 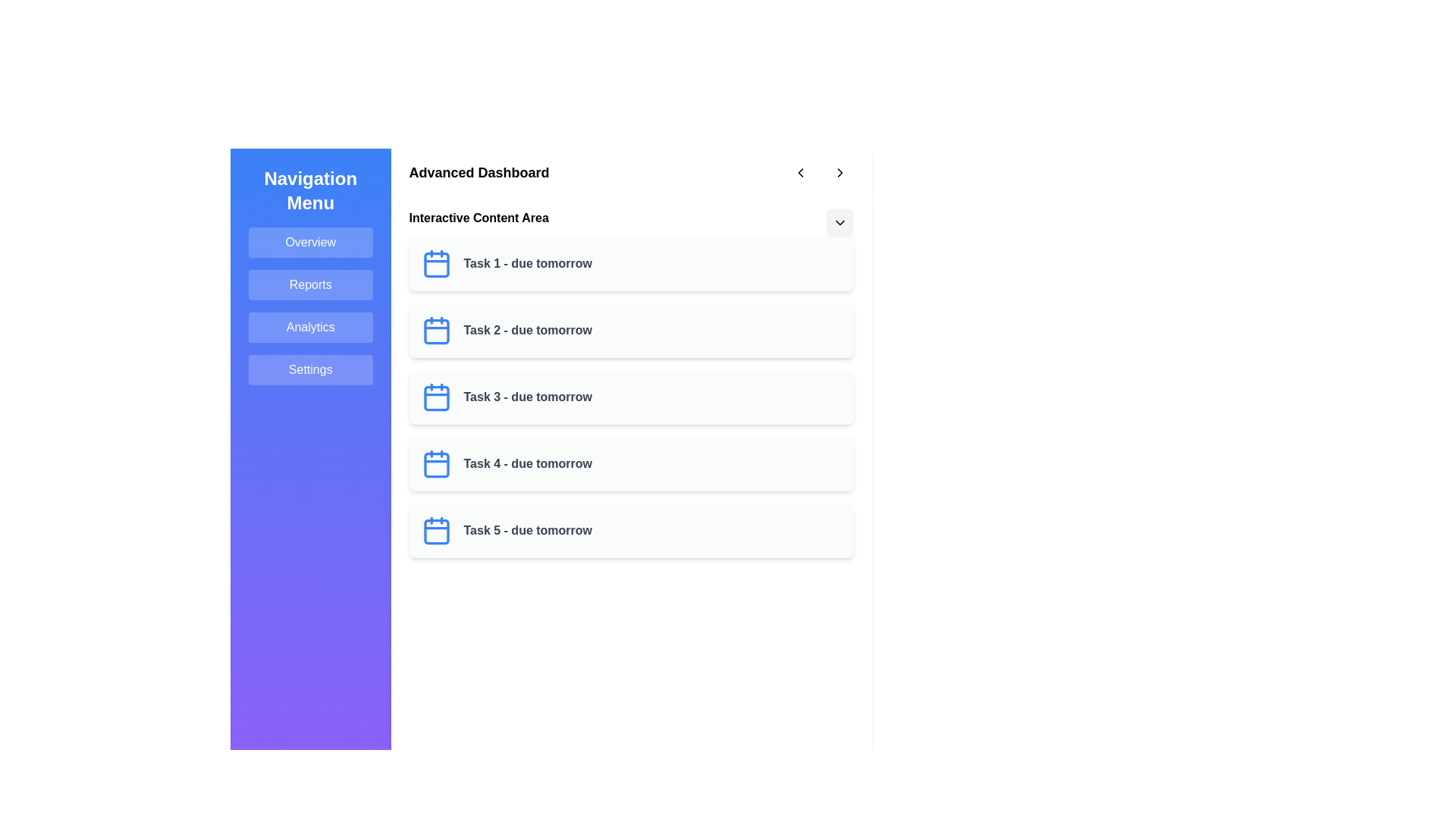 I want to click on task information displayed on the fifth Informational card indicating 'Task 5' and its due date 'due tomorrow' located in the Interactive Content Area, so click(x=631, y=529).